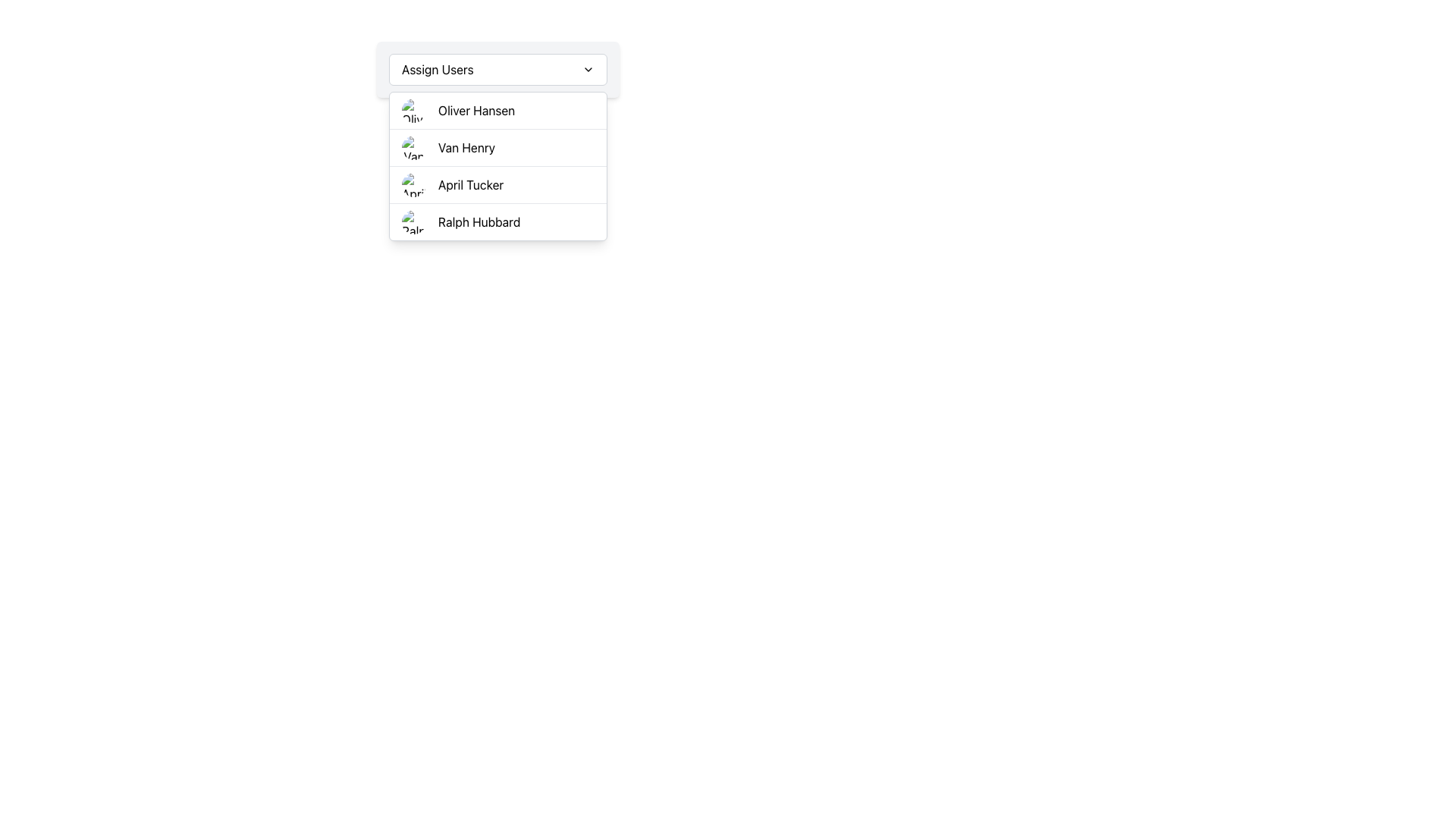  Describe the element at coordinates (498, 166) in the screenshot. I see `the second user entry in the dropdown menu labeled 'Assign Users', which is positioned between 'Oliver Hansen' and 'April Tucker'` at that location.